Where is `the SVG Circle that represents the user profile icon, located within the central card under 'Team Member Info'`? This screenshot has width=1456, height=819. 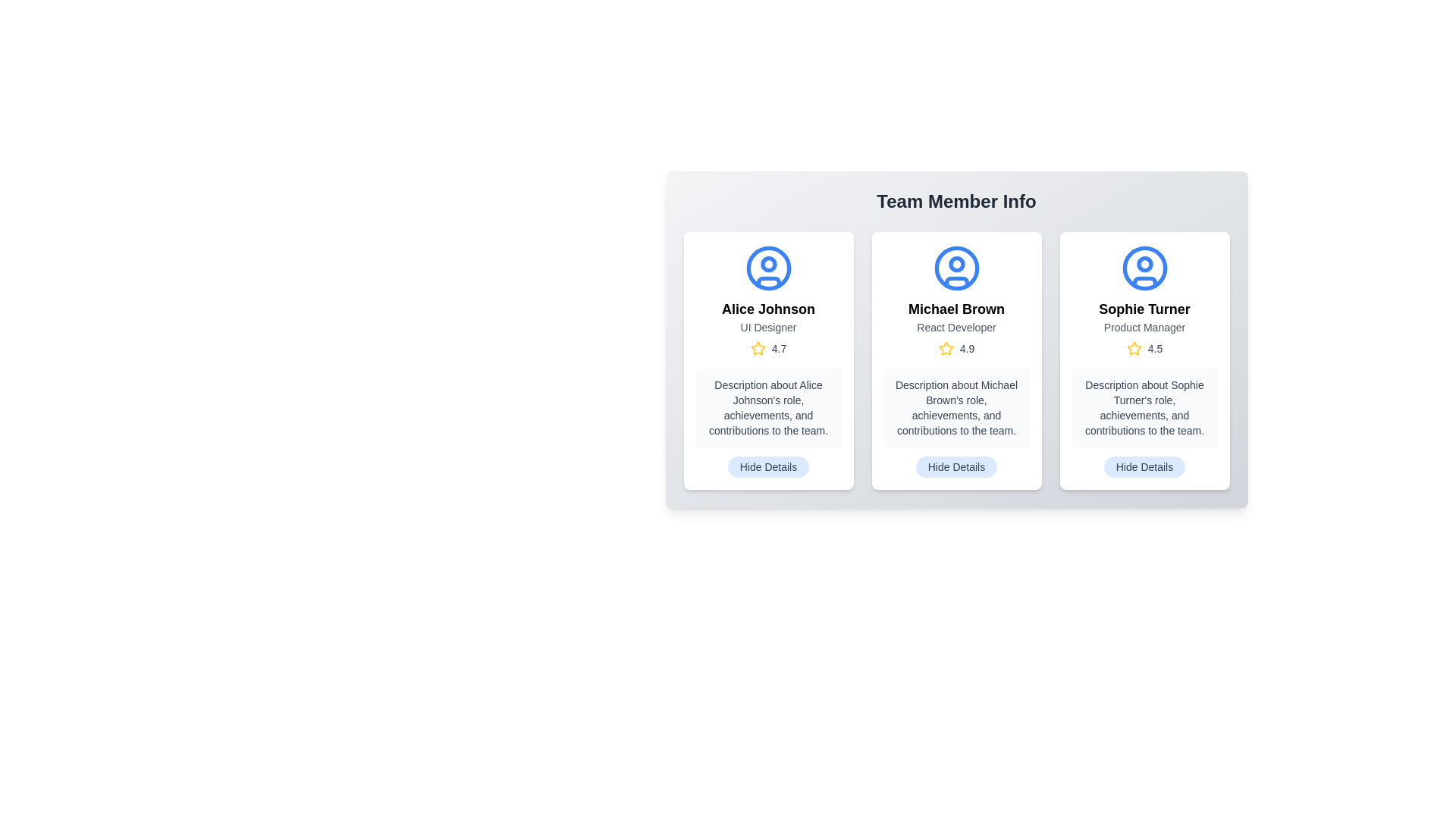
the SVG Circle that represents the user profile icon, located within the central card under 'Team Member Info' is located at coordinates (955, 268).